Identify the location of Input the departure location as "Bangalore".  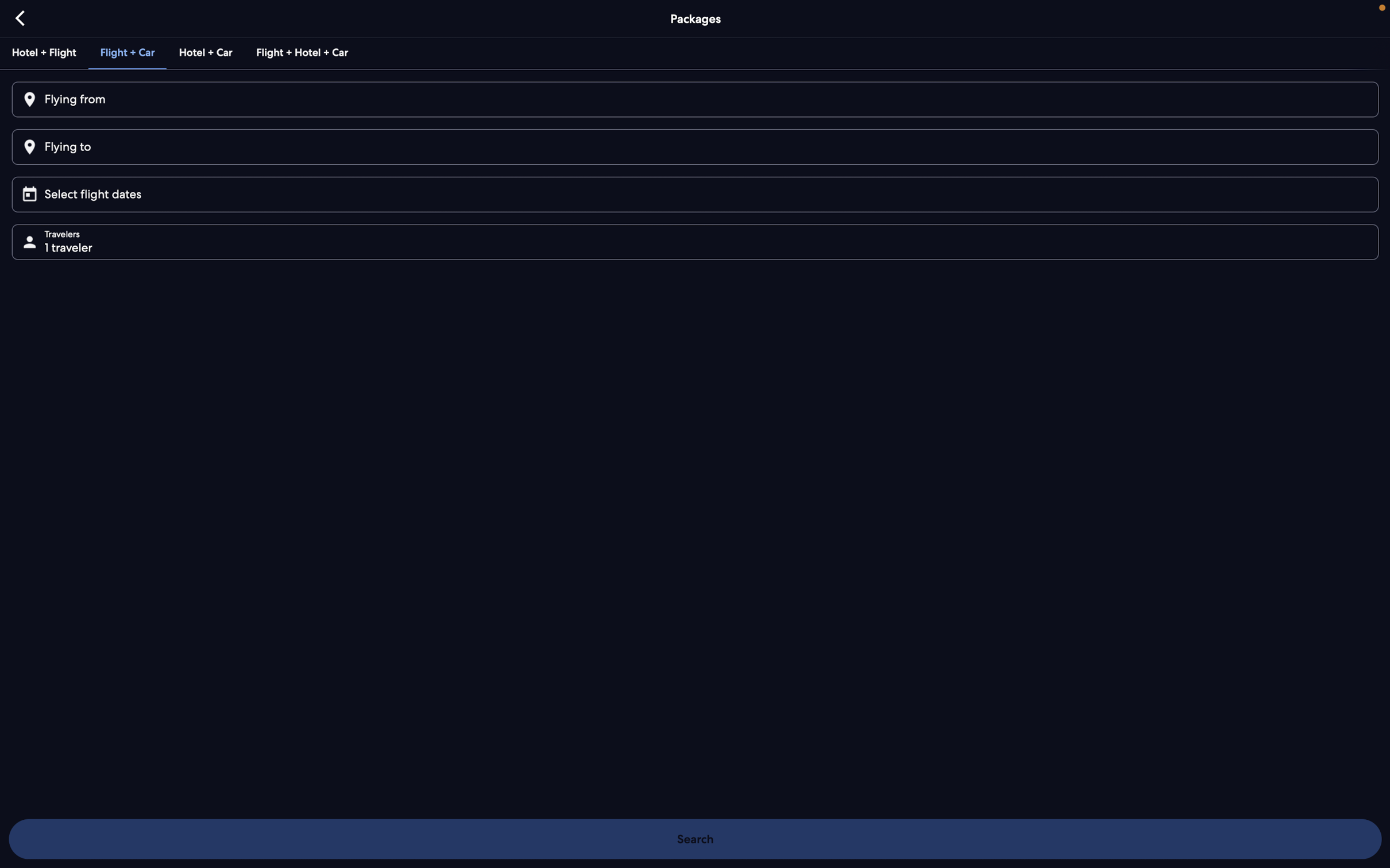
(693, 100).